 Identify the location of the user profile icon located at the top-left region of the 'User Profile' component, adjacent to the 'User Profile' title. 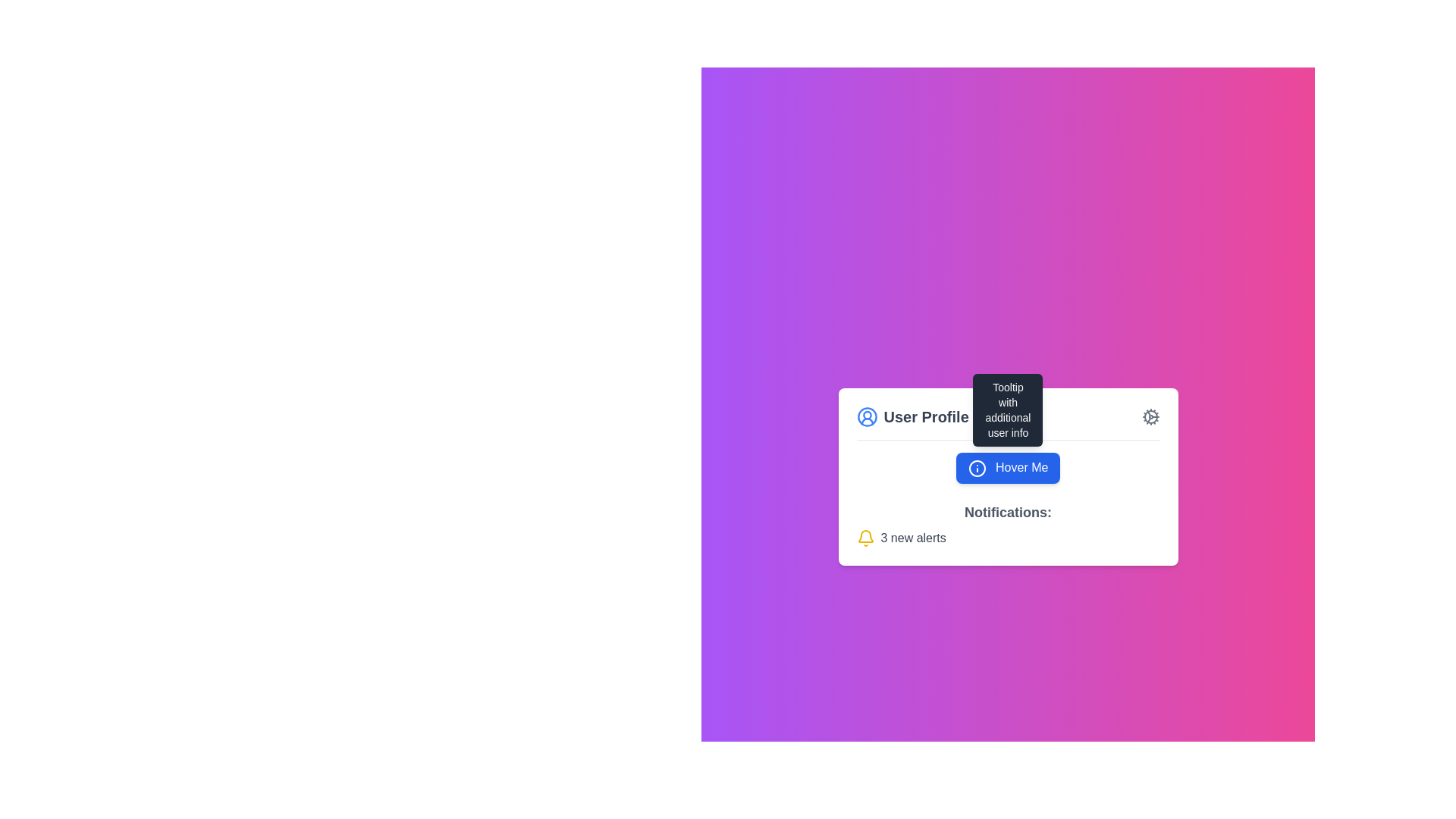
(867, 417).